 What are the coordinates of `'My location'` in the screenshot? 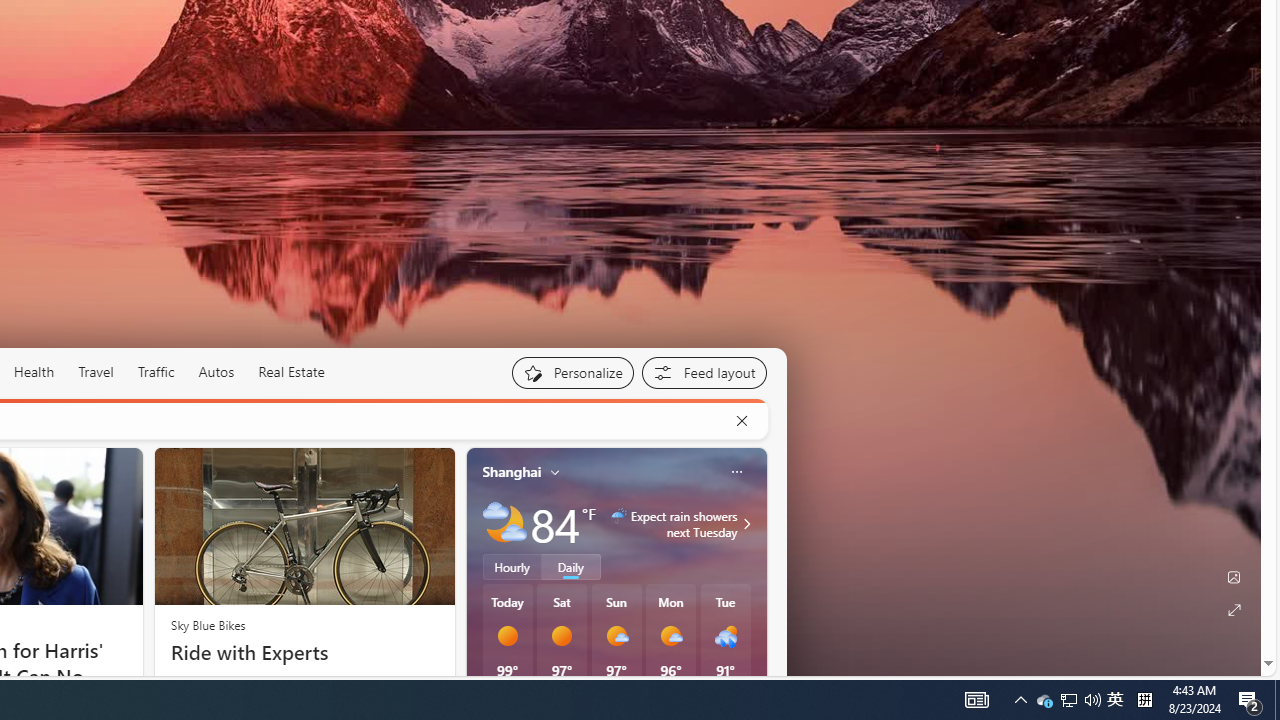 It's located at (555, 471).